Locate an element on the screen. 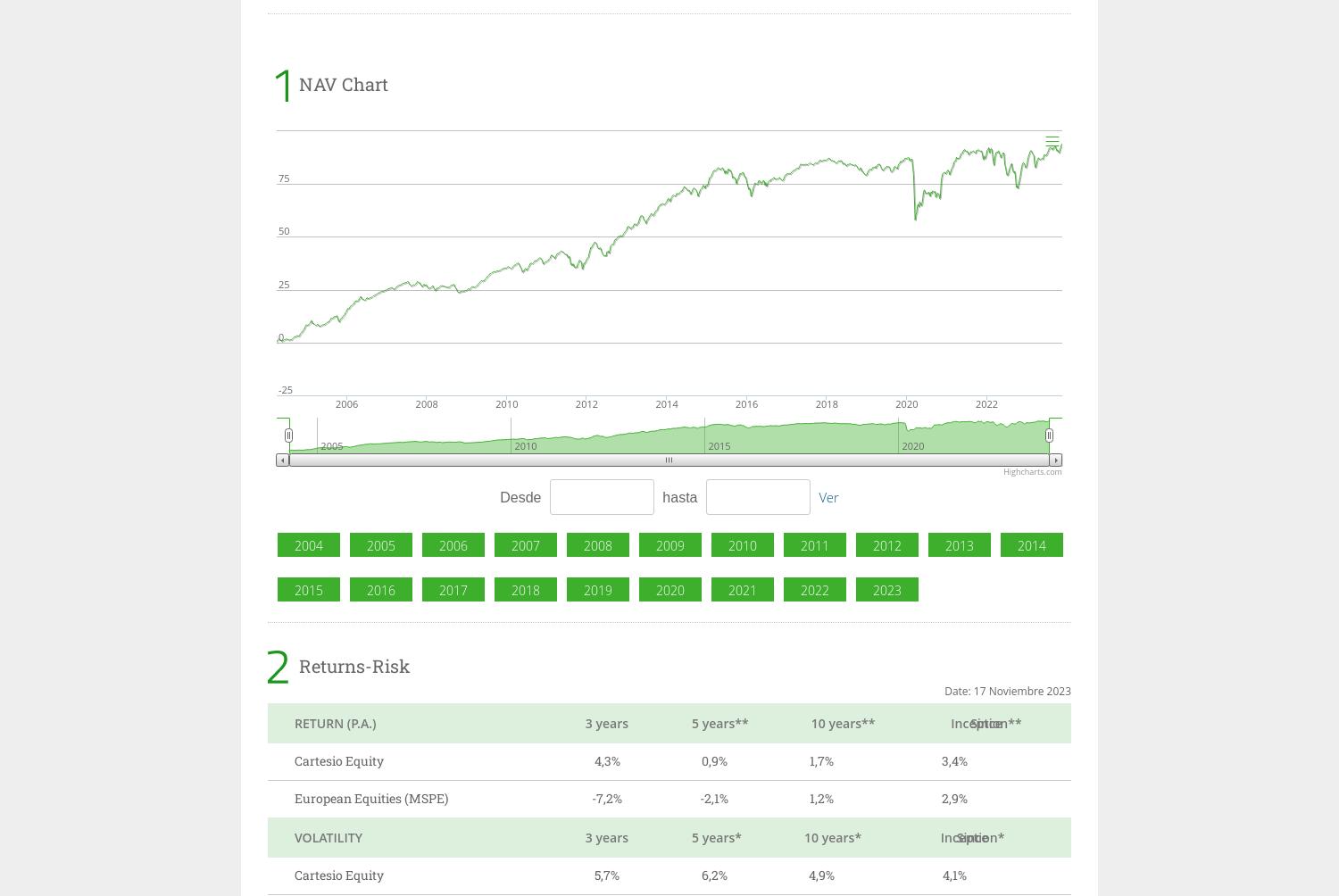 This screenshot has width=1339, height=896. 'Returns-Risk' is located at coordinates (354, 664).